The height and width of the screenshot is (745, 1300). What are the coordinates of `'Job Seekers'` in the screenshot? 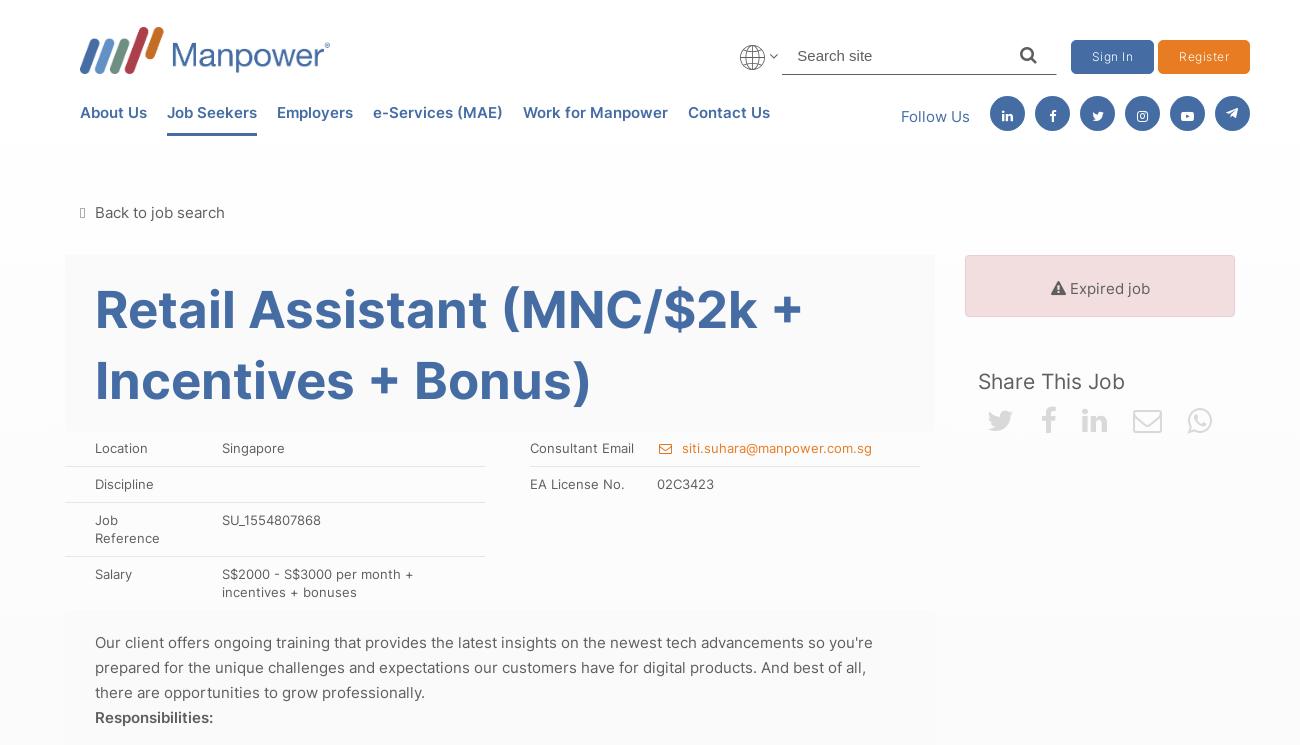 It's located at (167, 111).